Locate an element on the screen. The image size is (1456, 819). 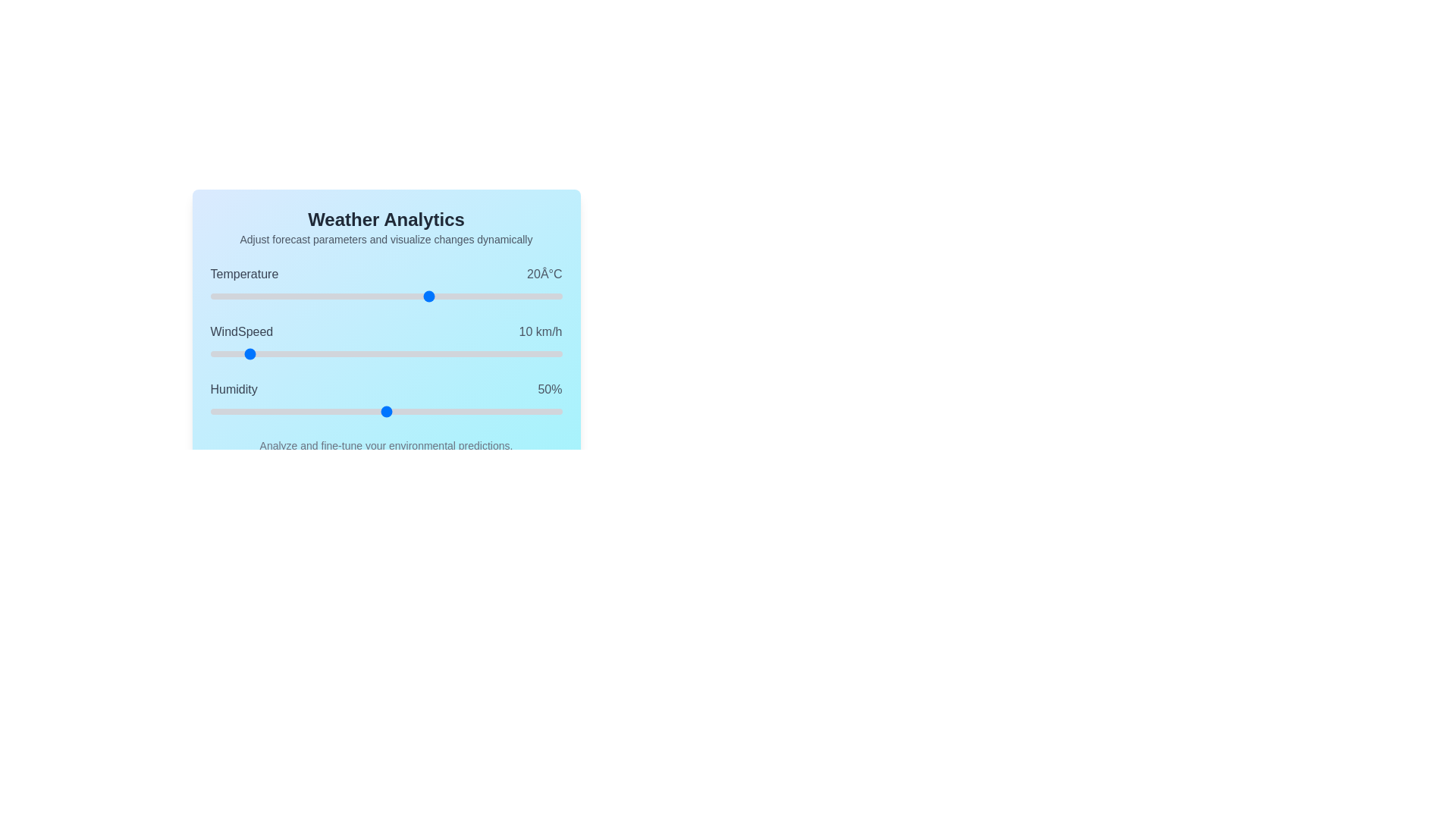
the Humidity slider to set its value to 57 is located at coordinates (411, 412).